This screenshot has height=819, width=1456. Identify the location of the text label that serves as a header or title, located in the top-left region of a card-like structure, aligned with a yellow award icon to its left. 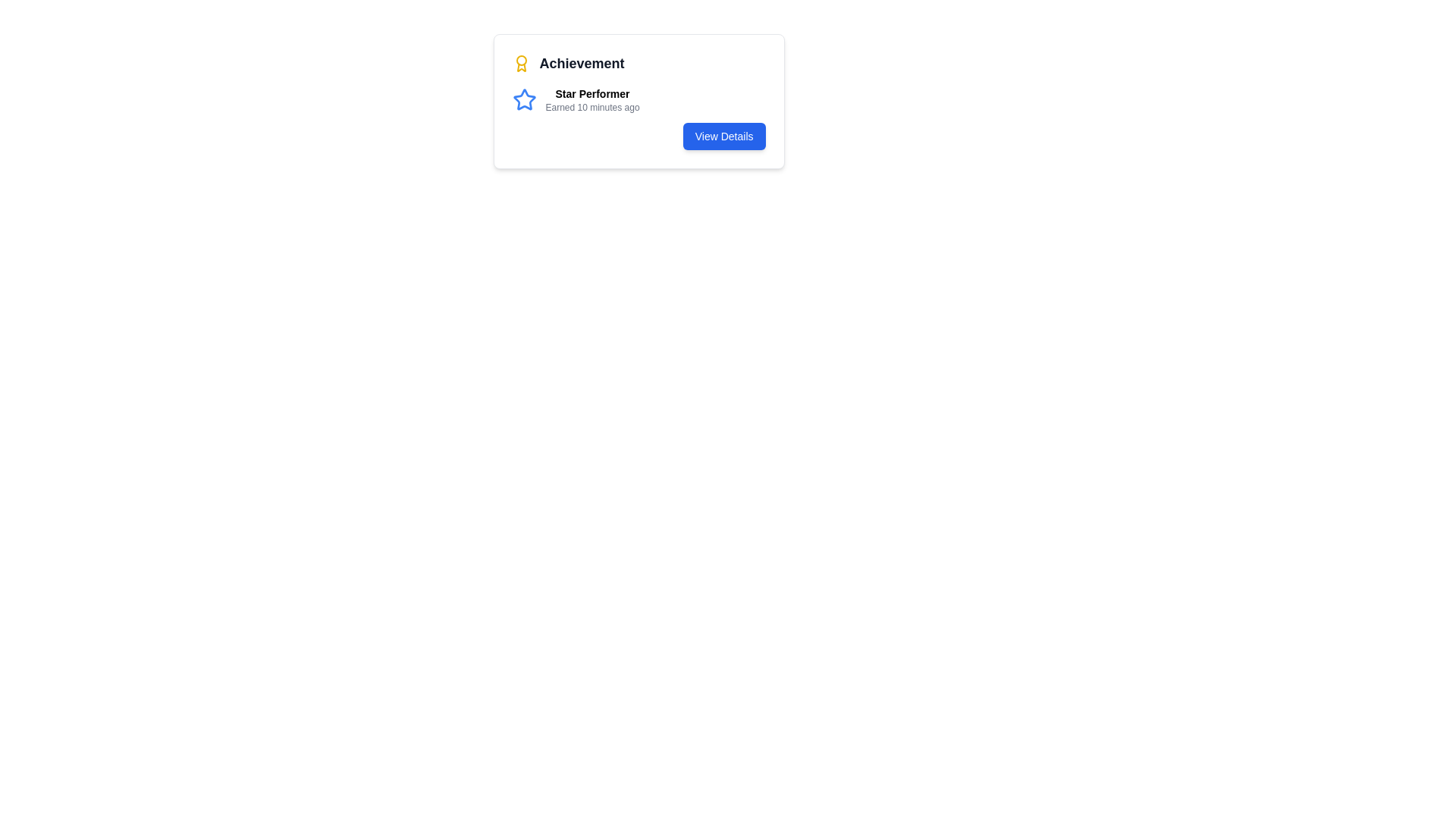
(581, 63).